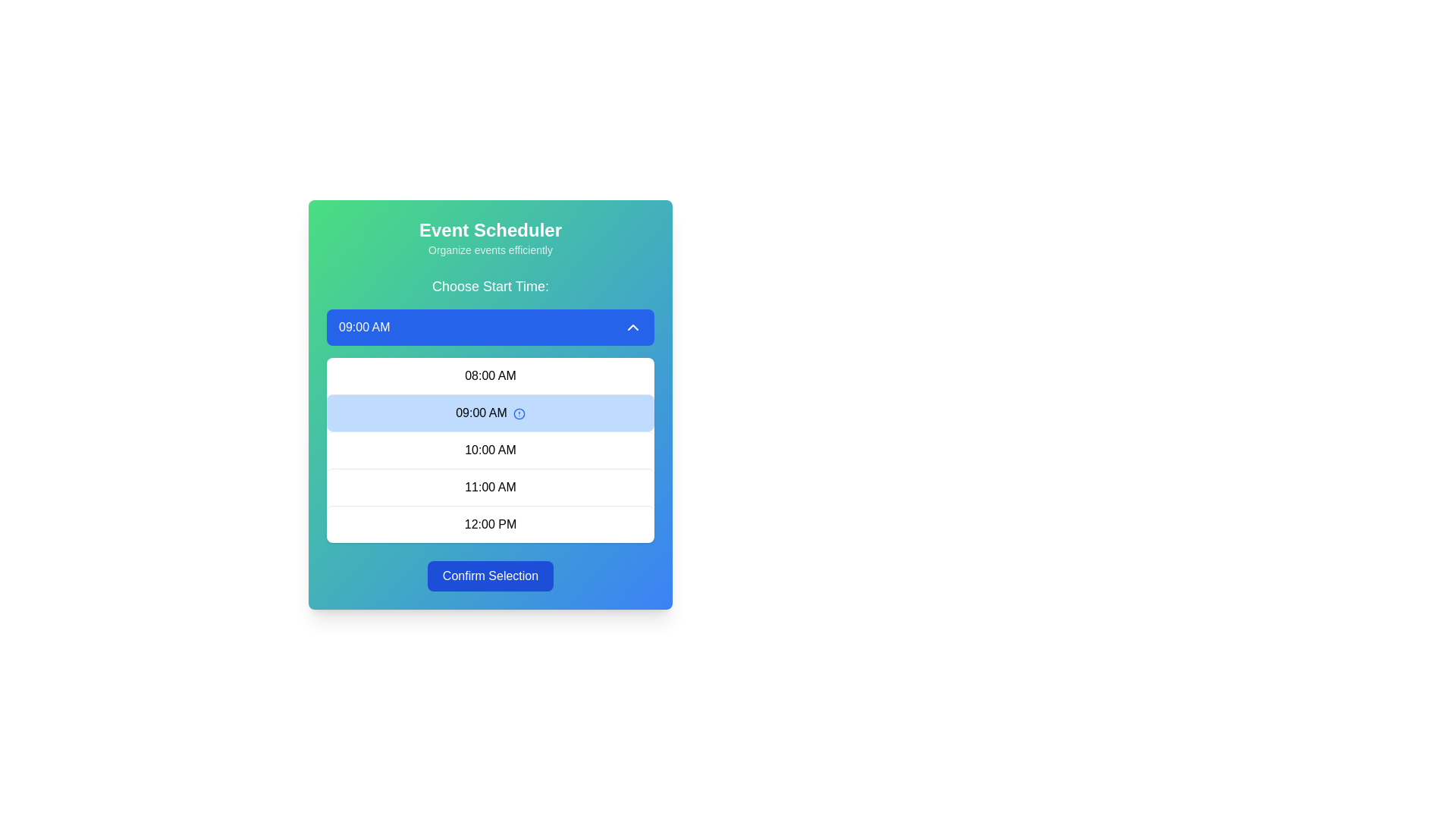 This screenshot has width=1456, height=819. What do you see at coordinates (491, 403) in the screenshot?
I see `the dropdown menu` at bounding box center [491, 403].